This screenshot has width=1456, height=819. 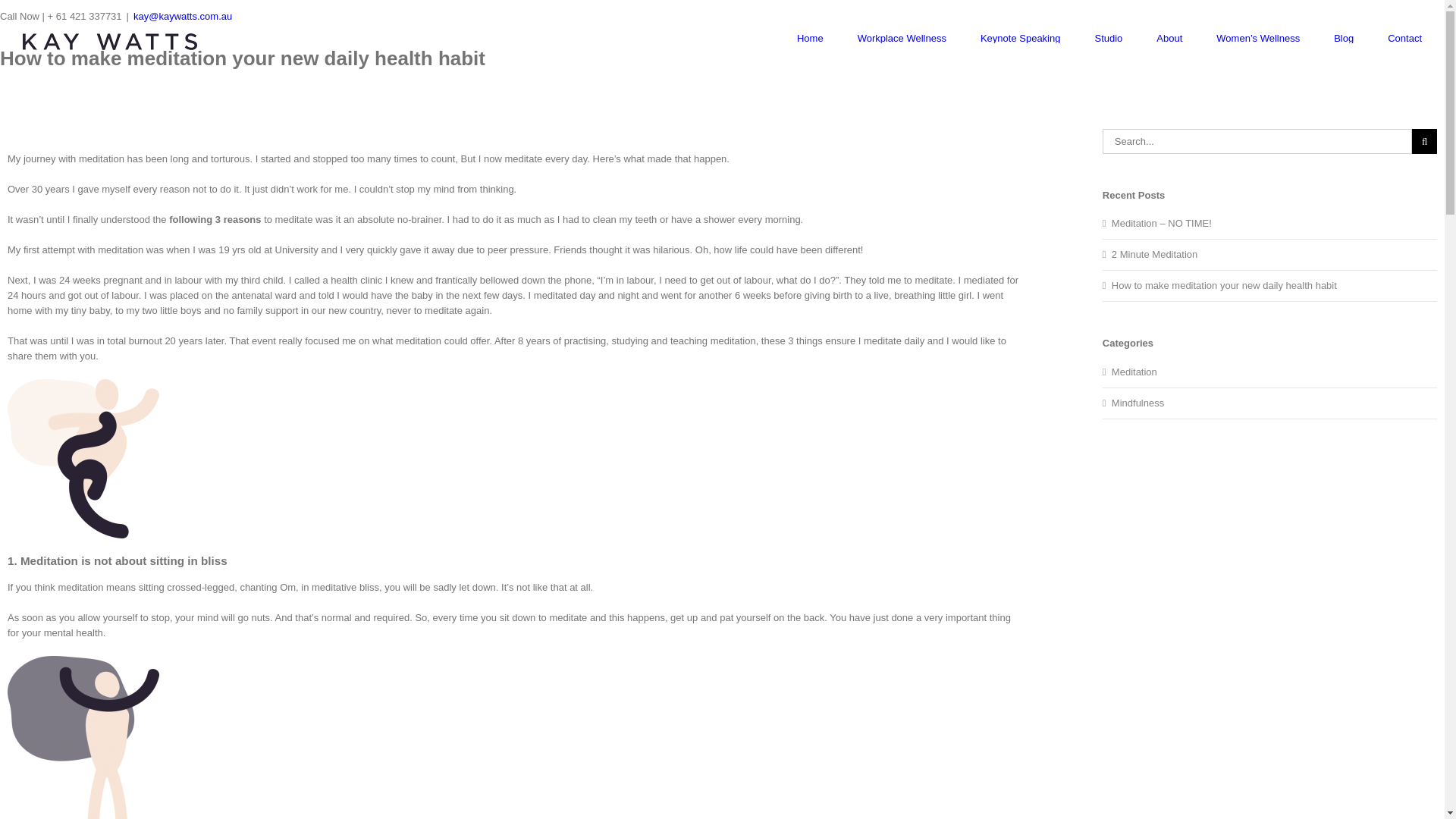 I want to click on 'Keynote Speaking', so click(x=980, y=37).